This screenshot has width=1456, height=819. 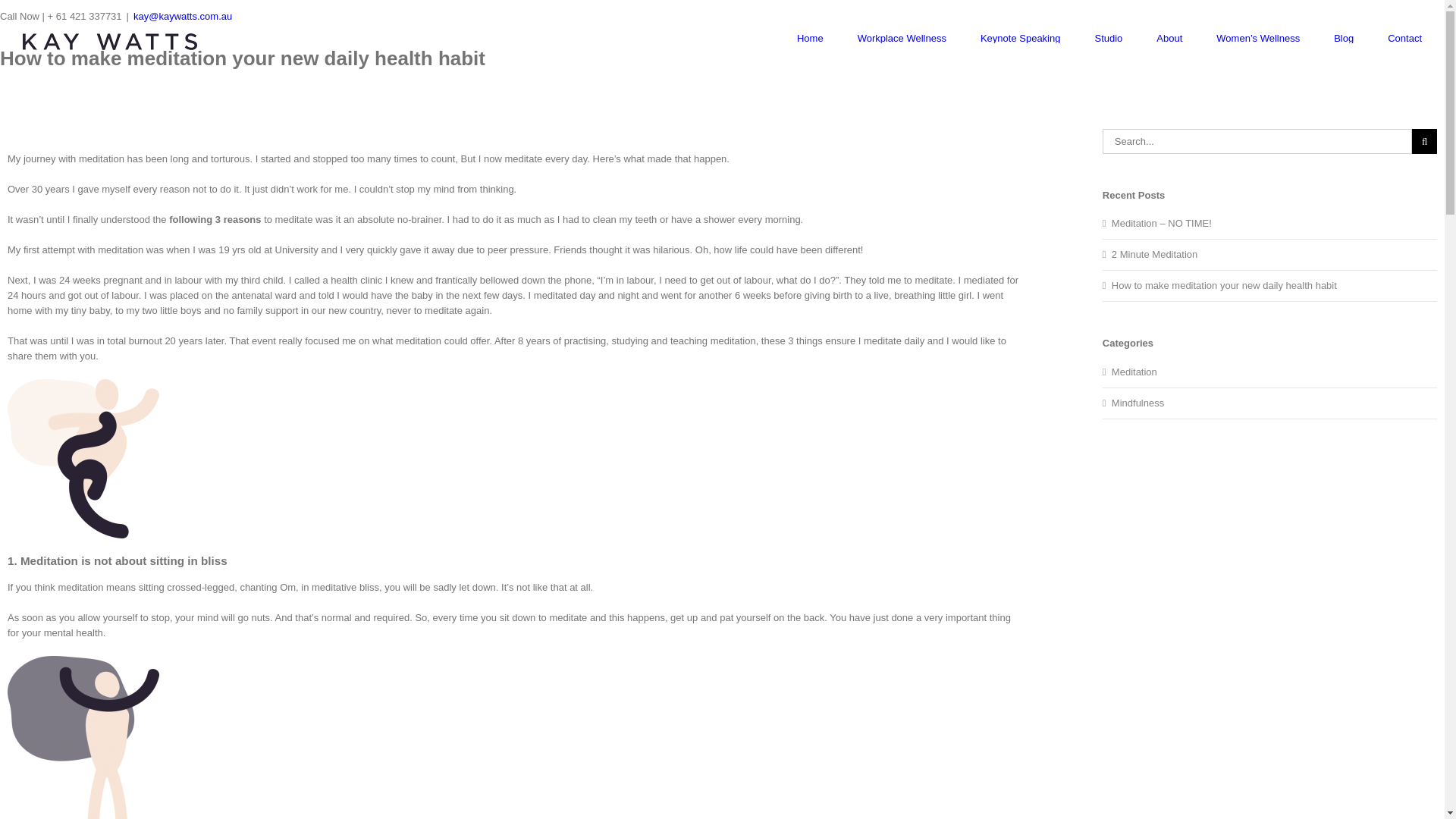 I want to click on 'Keynote Speaking', so click(x=980, y=37).